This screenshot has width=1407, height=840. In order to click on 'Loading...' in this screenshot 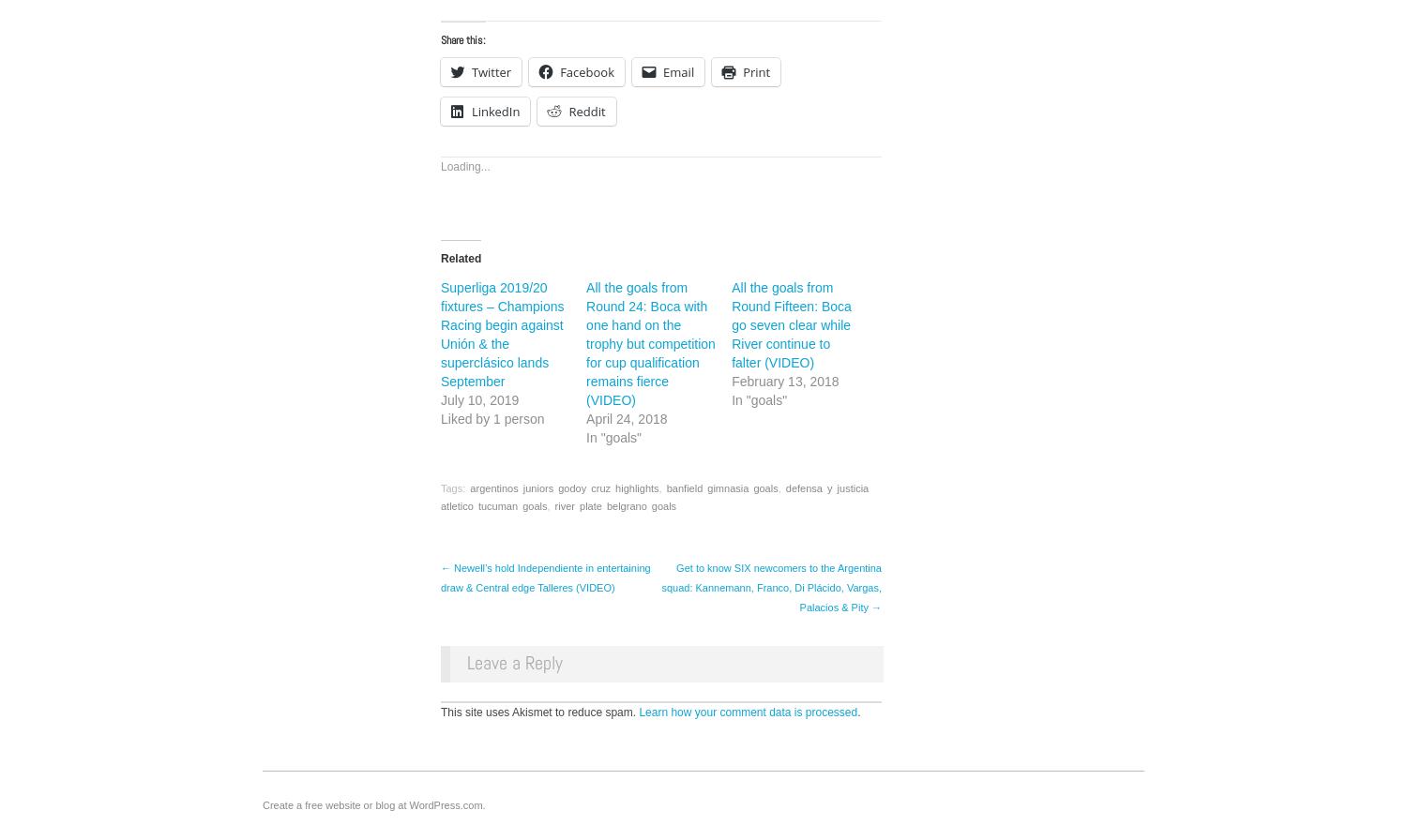, I will do `click(464, 167)`.